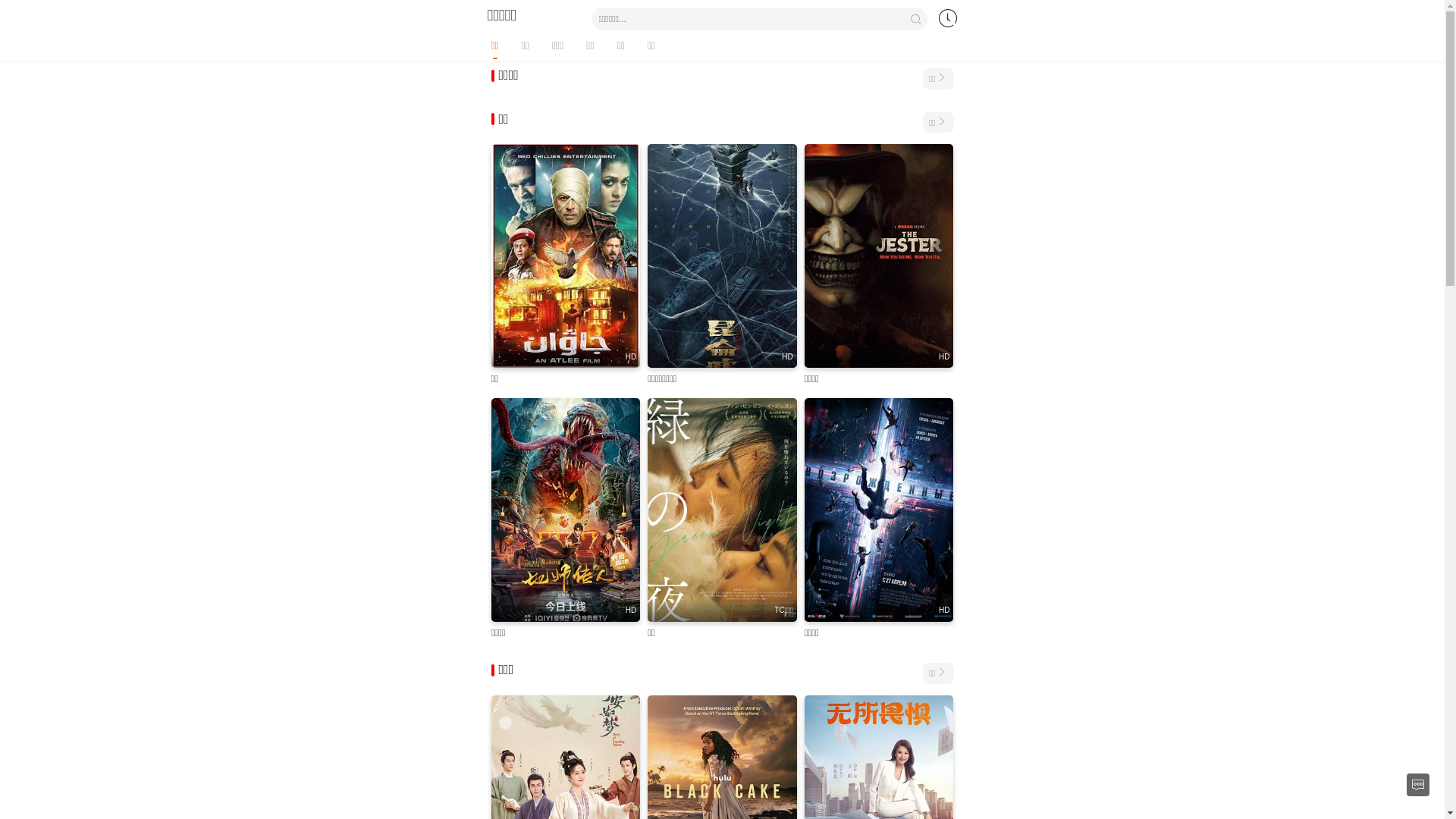 The width and height of the screenshot is (1456, 819). Describe the element at coordinates (721, 255) in the screenshot. I see `'HD'` at that location.